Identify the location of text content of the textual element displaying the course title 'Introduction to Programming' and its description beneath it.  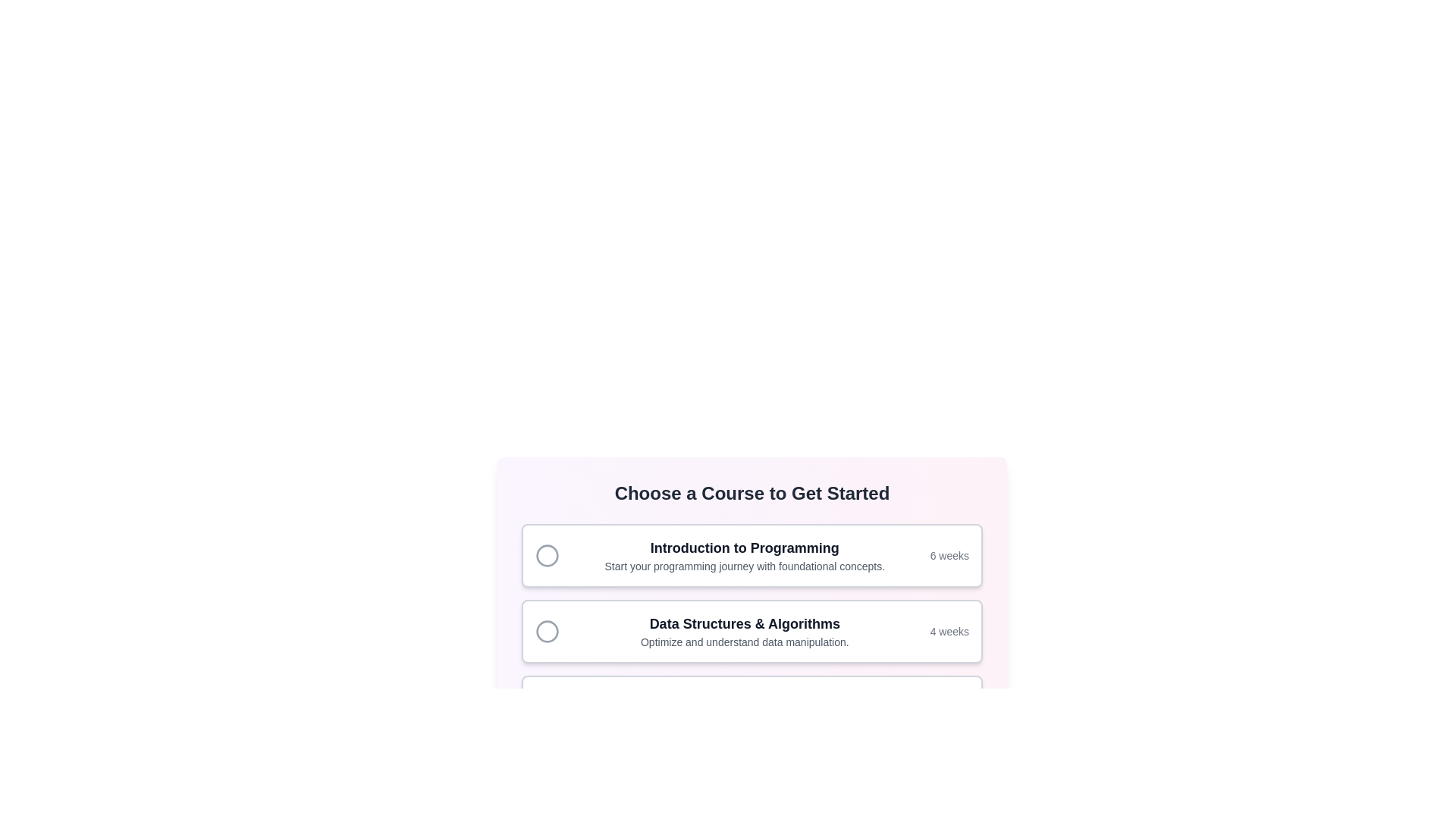
(745, 555).